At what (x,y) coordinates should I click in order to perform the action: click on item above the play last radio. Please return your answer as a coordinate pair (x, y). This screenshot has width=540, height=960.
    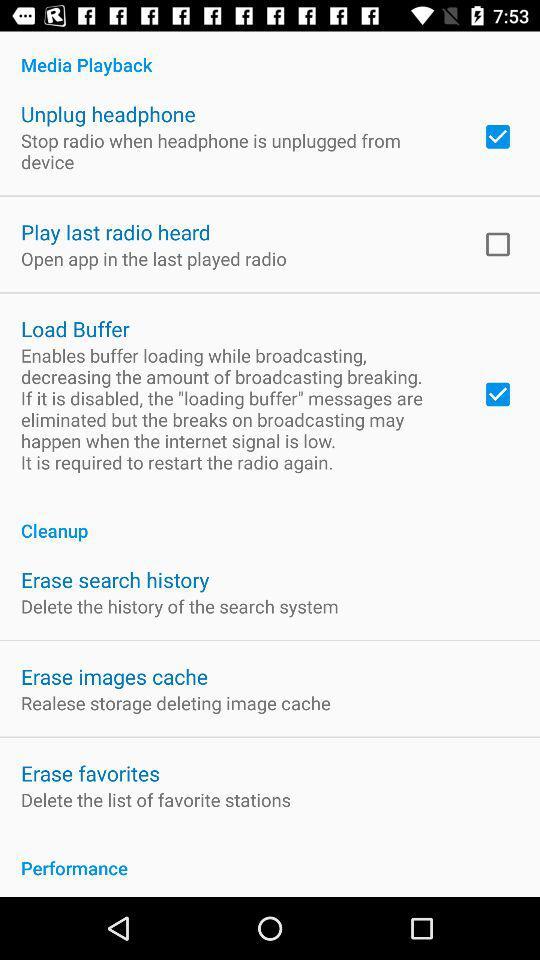
    Looking at the image, I should click on (238, 150).